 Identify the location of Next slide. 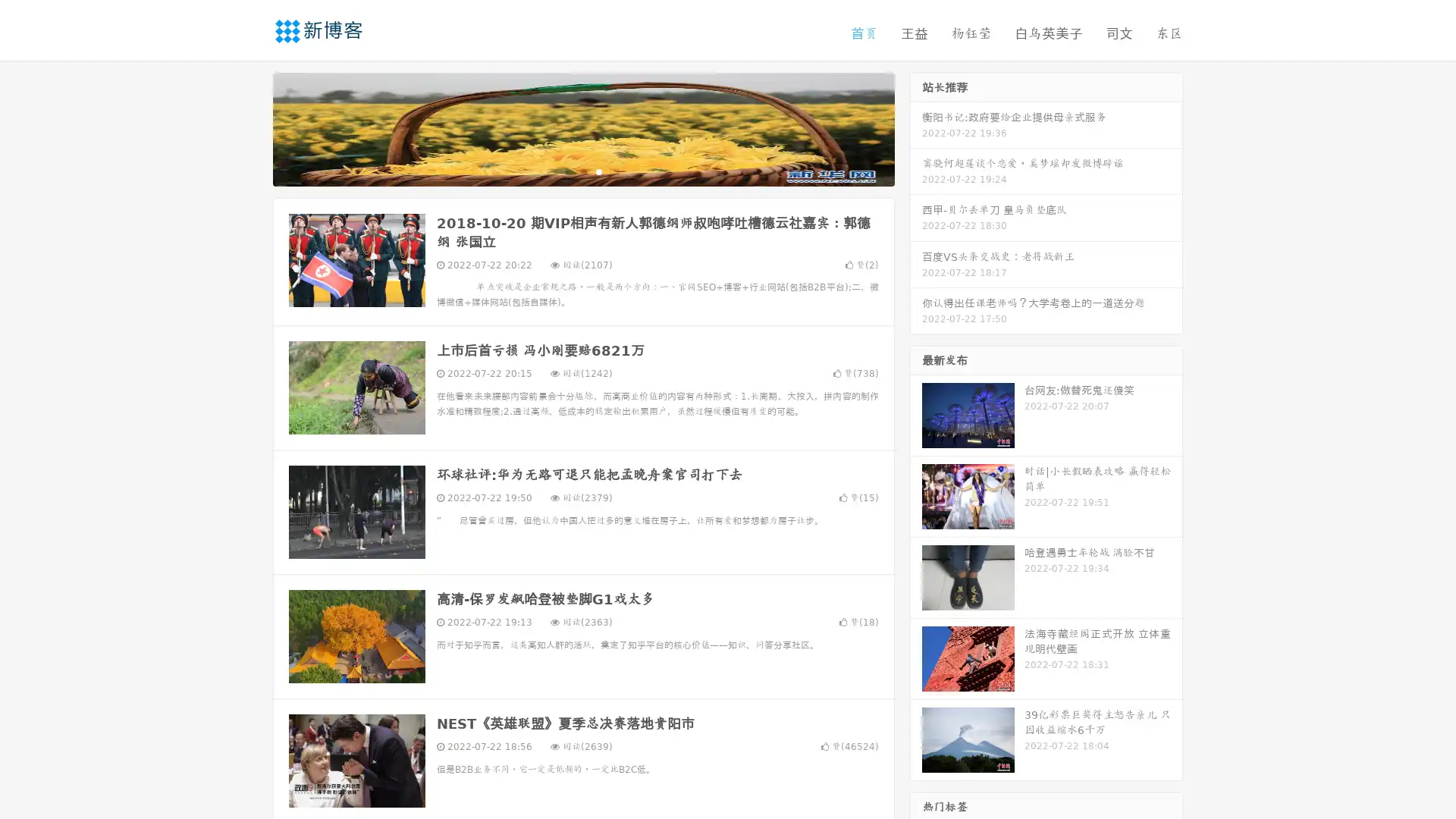
(916, 127).